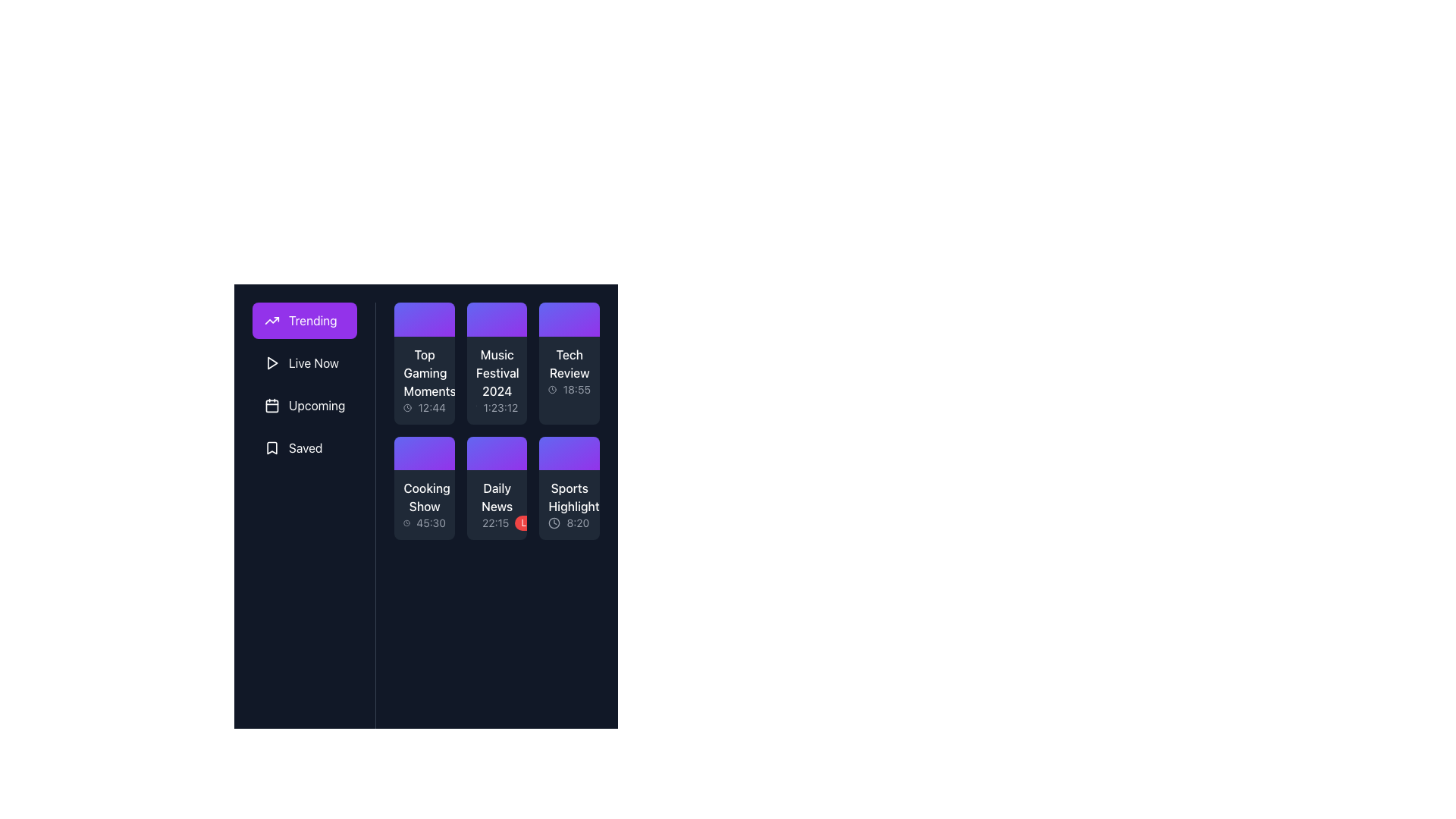  I want to click on the 'Trending' button located in the navigation panel, so click(304, 320).